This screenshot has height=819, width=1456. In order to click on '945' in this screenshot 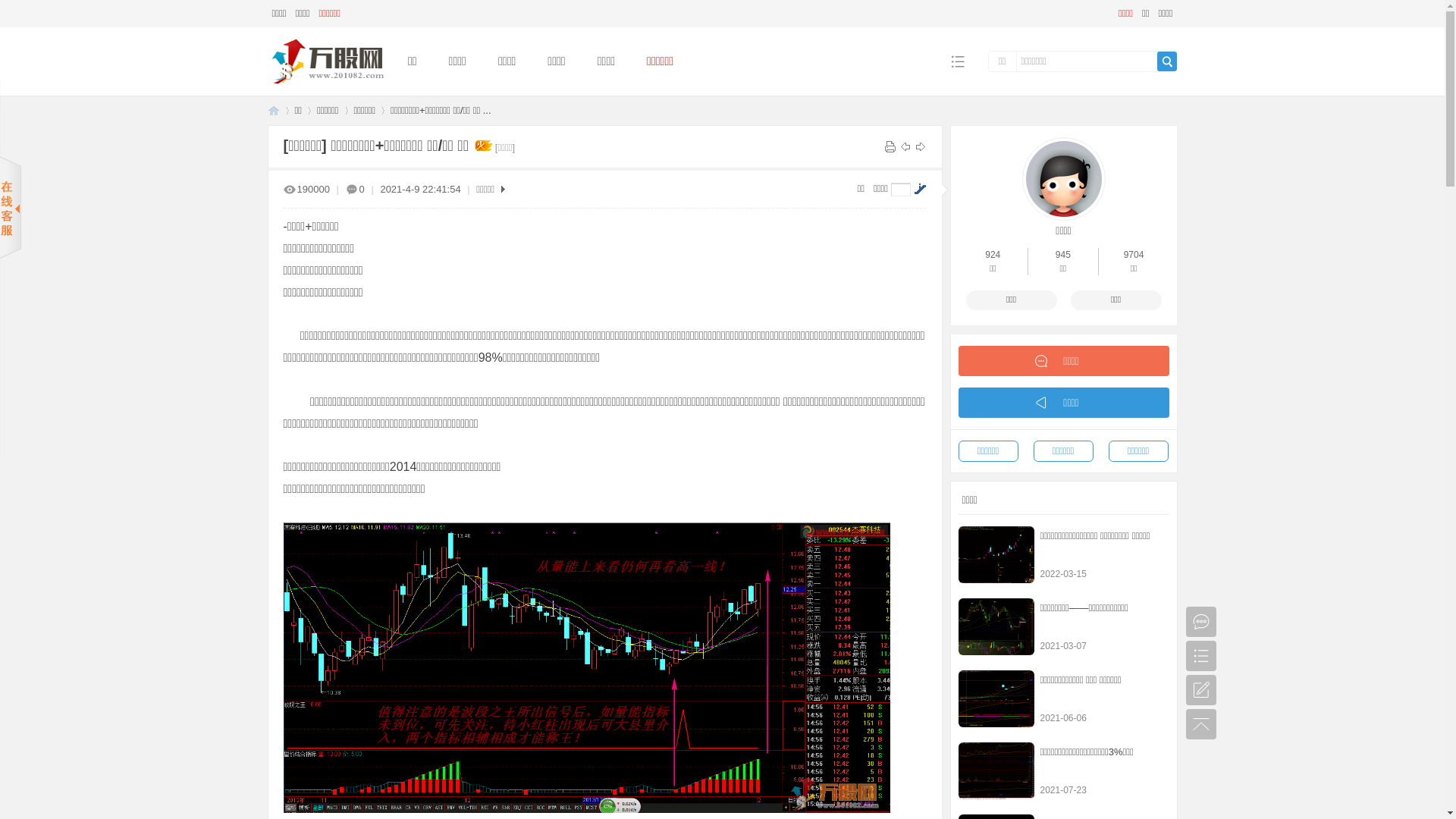, I will do `click(1062, 253)`.